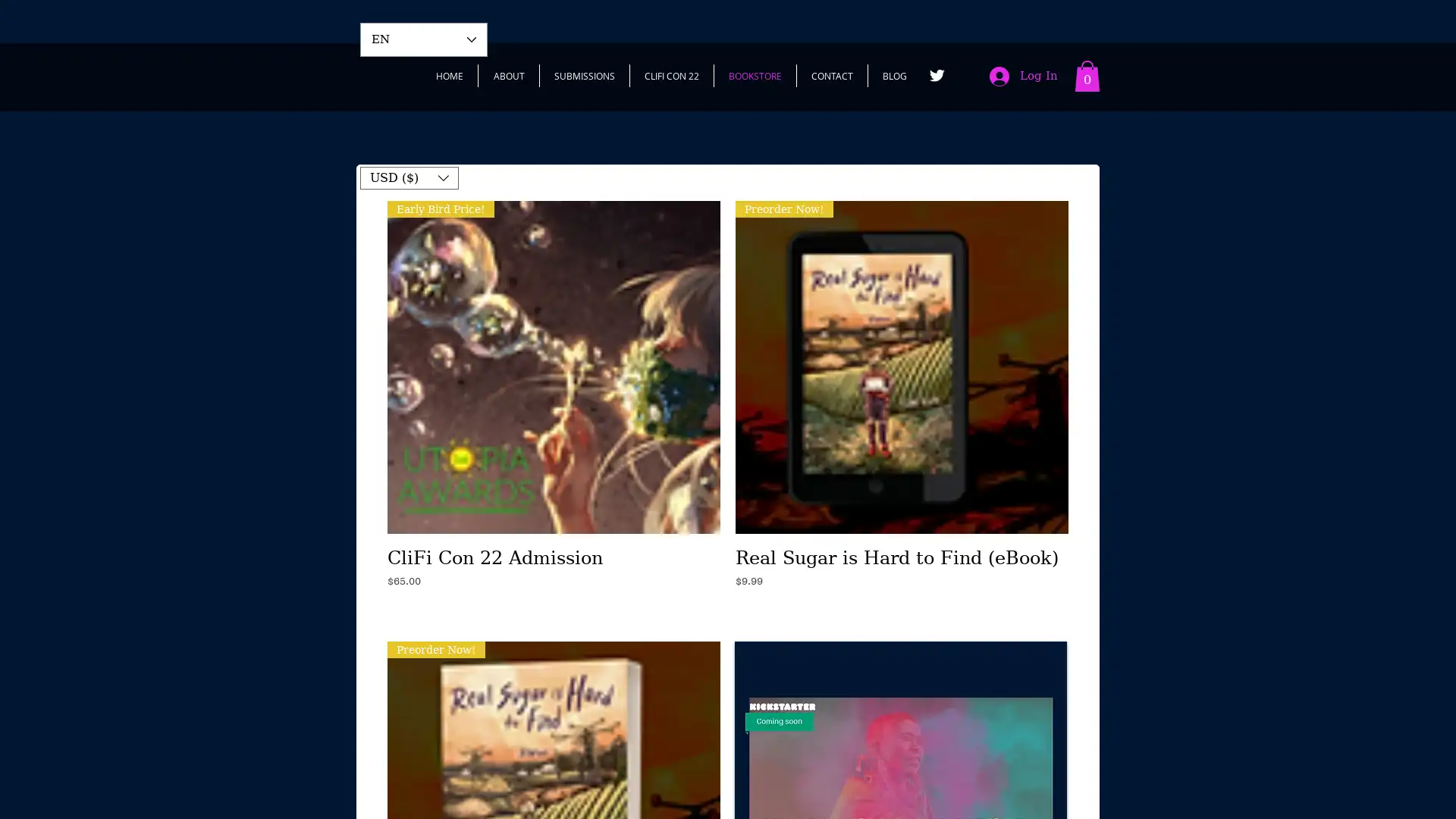 This screenshot has width=1456, height=819. Describe the element at coordinates (553, 553) in the screenshot. I see `Quick View` at that location.